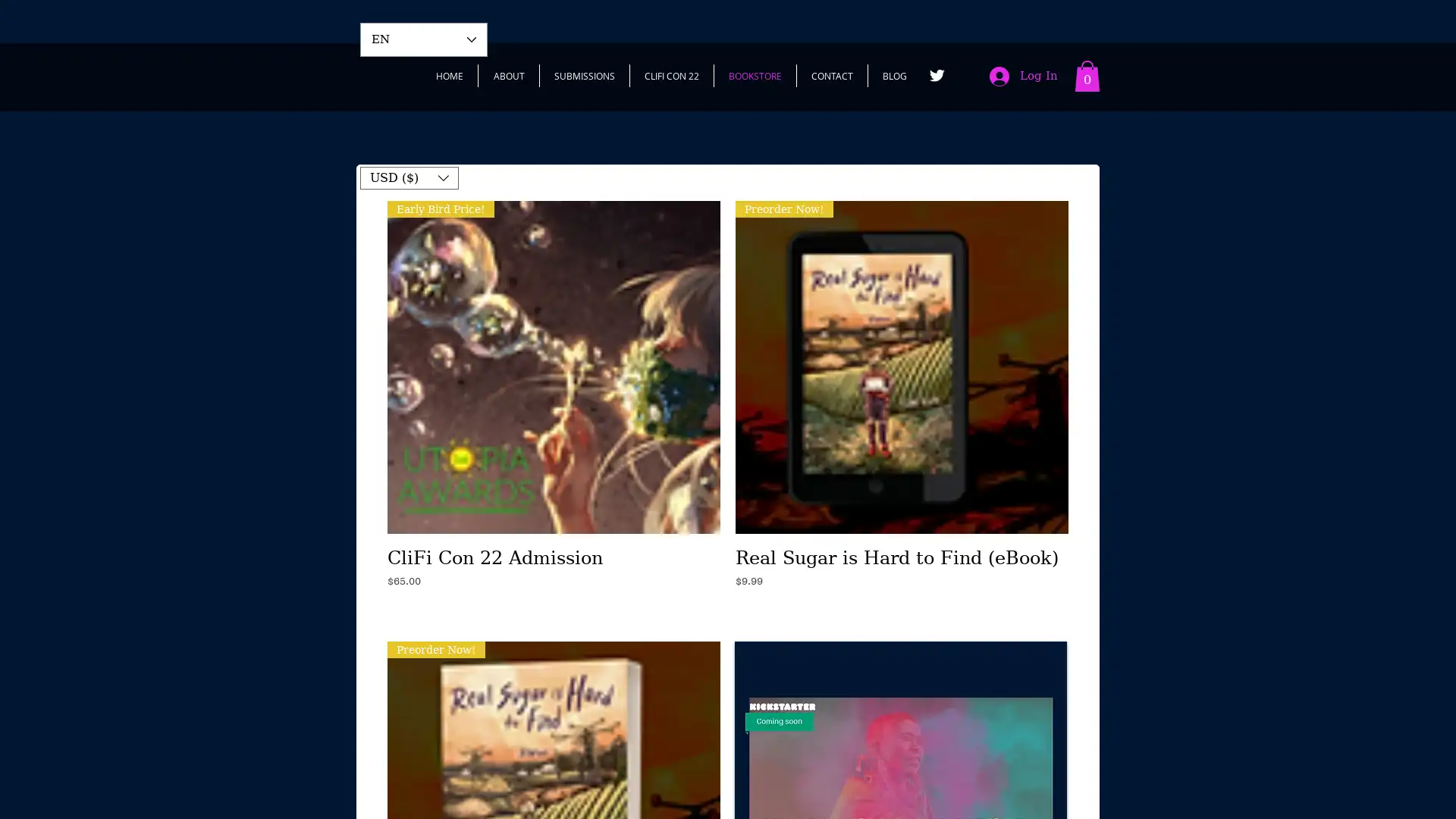 This screenshot has width=1456, height=819. Describe the element at coordinates (553, 553) in the screenshot. I see `Quick View` at that location.